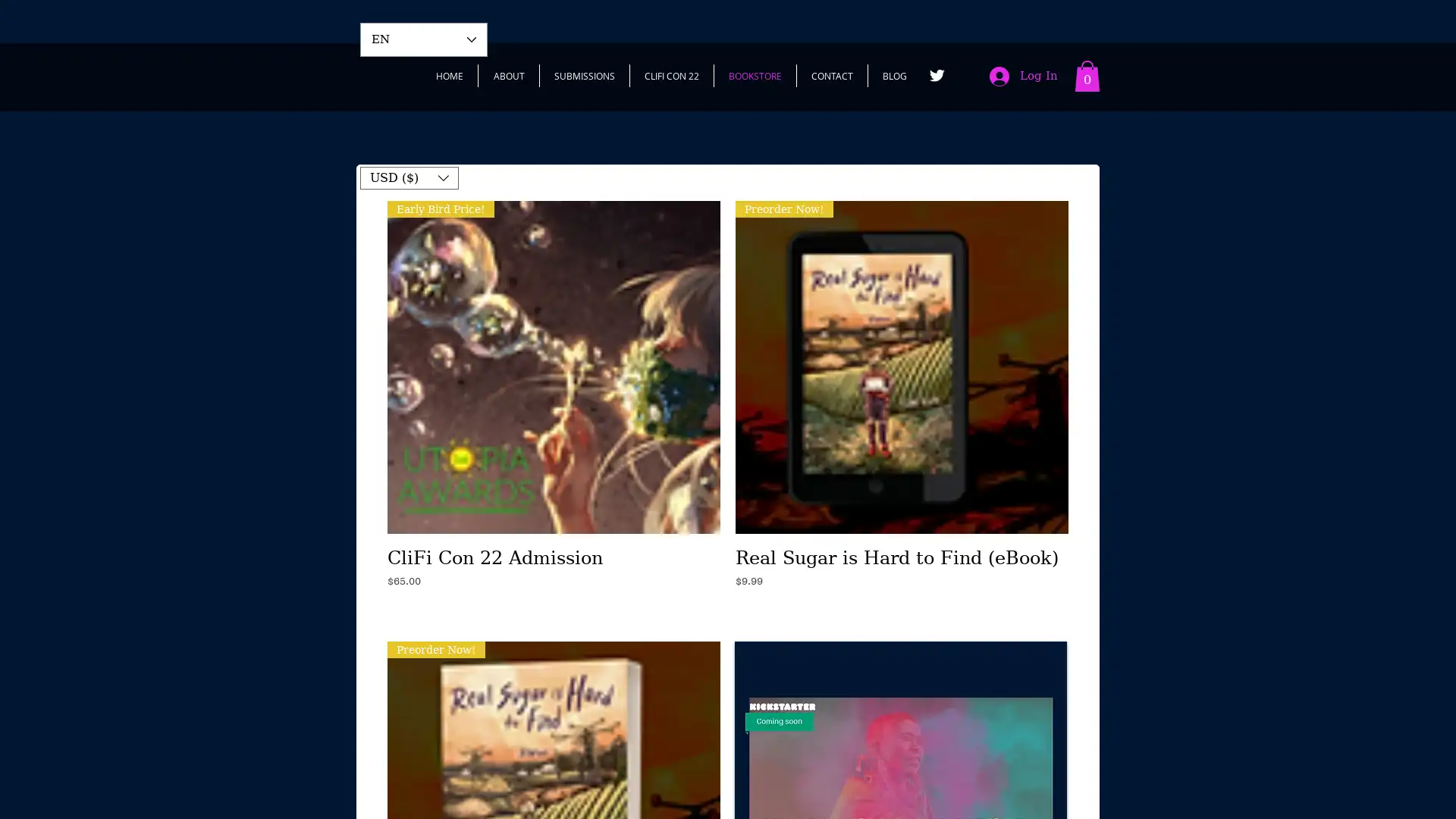 This screenshot has width=1456, height=819. Describe the element at coordinates (553, 553) in the screenshot. I see `Quick View` at that location.